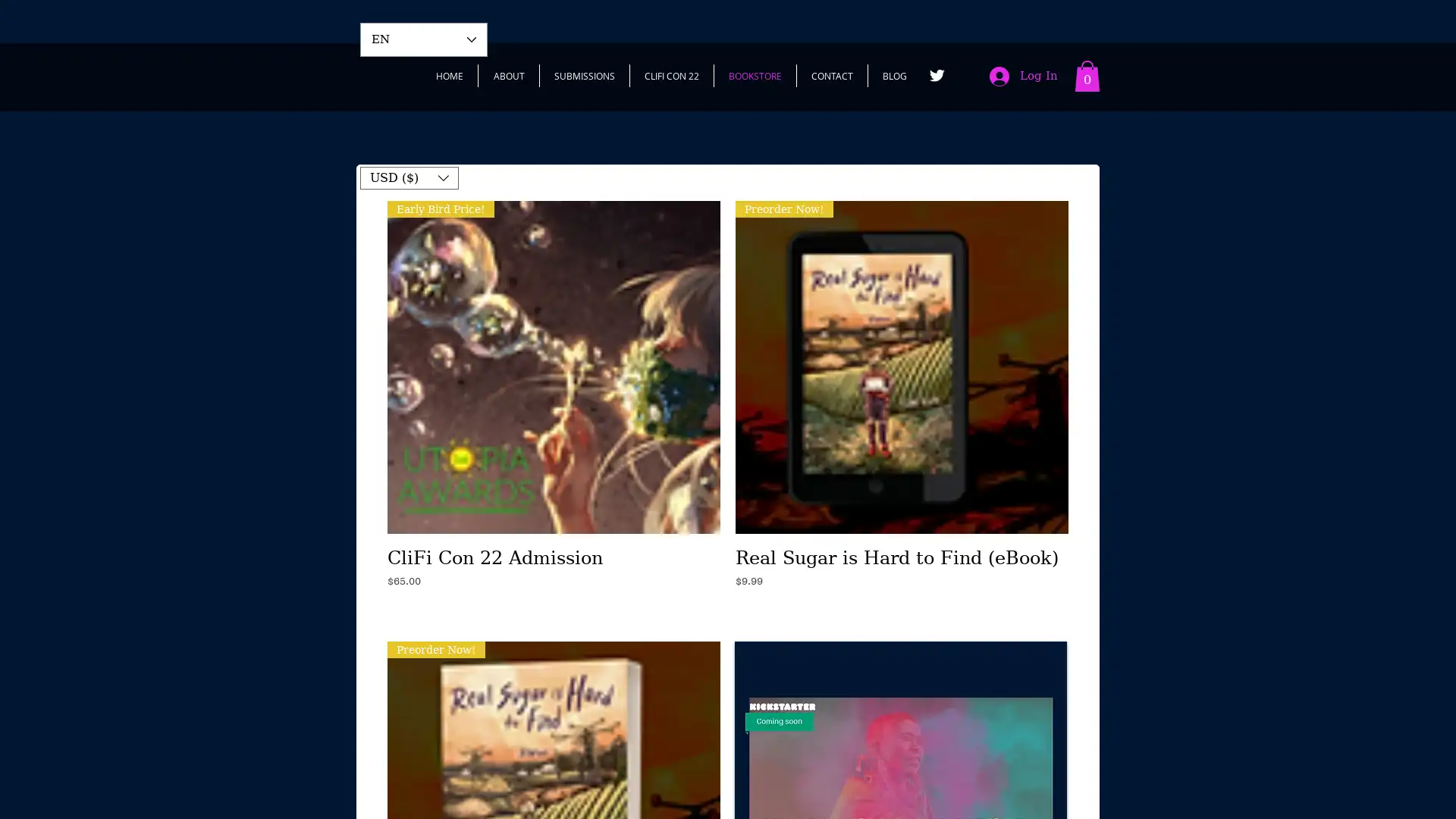 This screenshot has width=1456, height=819. Describe the element at coordinates (553, 553) in the screenshot. I see `Quick View` at that location.